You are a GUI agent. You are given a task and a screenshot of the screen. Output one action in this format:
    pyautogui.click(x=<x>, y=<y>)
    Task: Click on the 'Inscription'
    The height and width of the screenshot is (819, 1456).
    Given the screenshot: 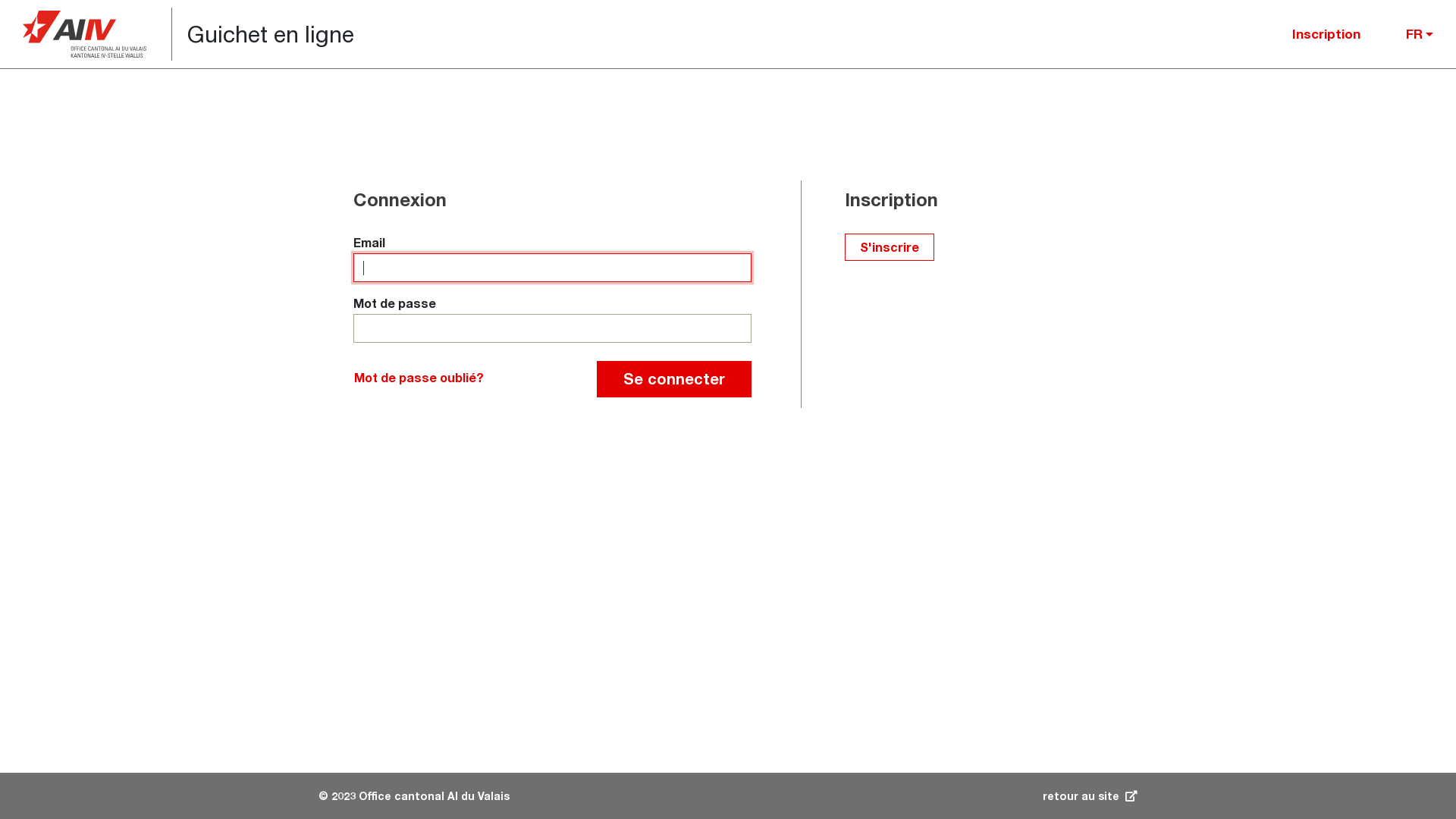 What is the action you would take?
    pyautogui.click(x=1325, y=34)
    